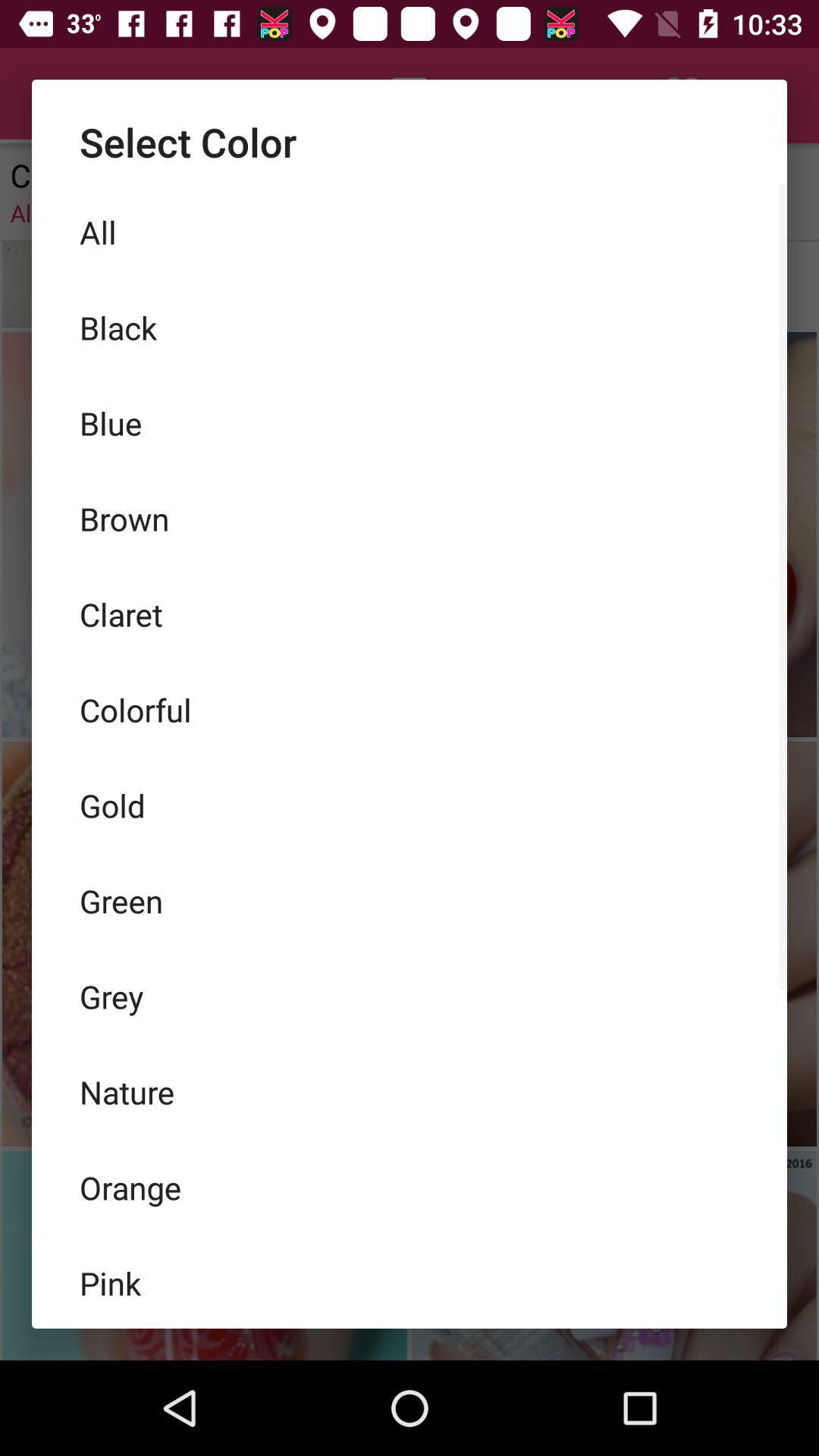  What do you see at coordinates (409, 709) in the screenshot?
I see `the colorful item` at bounding box center [409, 709].